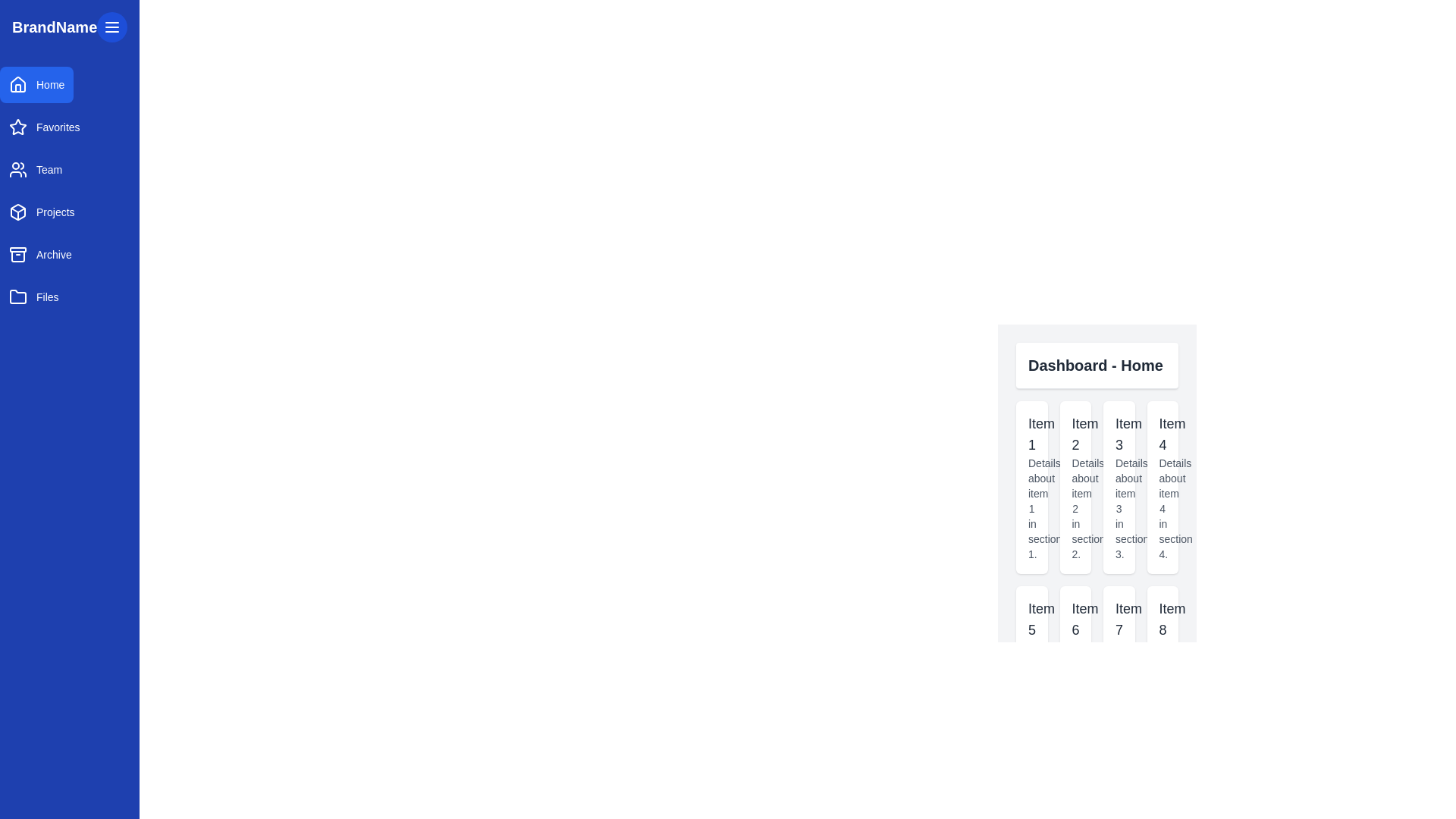 This screenshot has width=1456, height=819. What do you see at coordinates (1031, 620) in the screenshot?
I see `the text label element displaying 'Item 5', which is prominently styled and positioned at the top of a card in the bottom row of a grid layout` at bounding box center [1031, 620].